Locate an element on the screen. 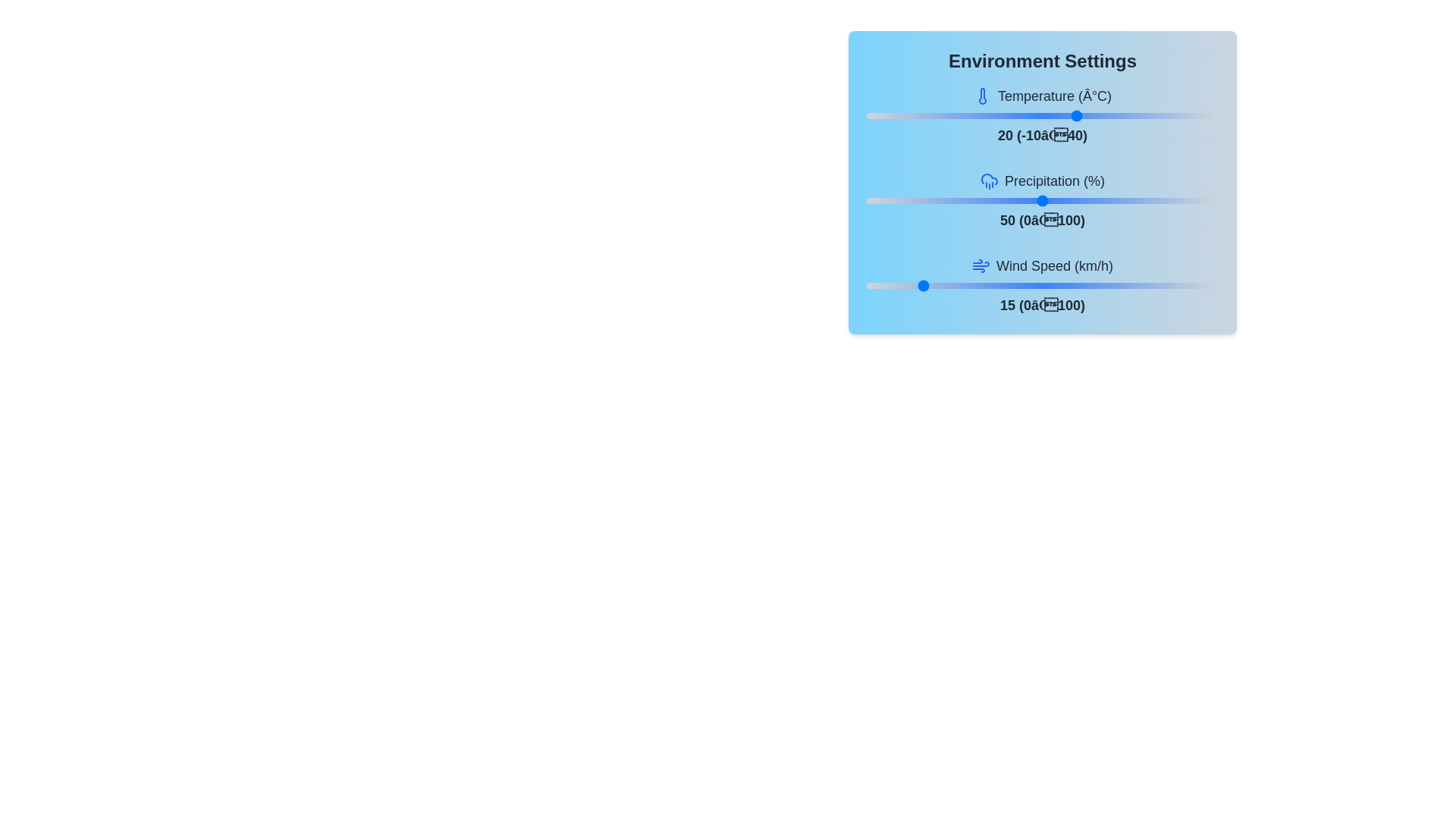 This screenshot has height=819, width=1456. the temperature setting icon located in the top-left corner of the environment settings section, which is positioned immediately to the left of the 'Temperature (°C)' label is located at coordinates (982, 96).